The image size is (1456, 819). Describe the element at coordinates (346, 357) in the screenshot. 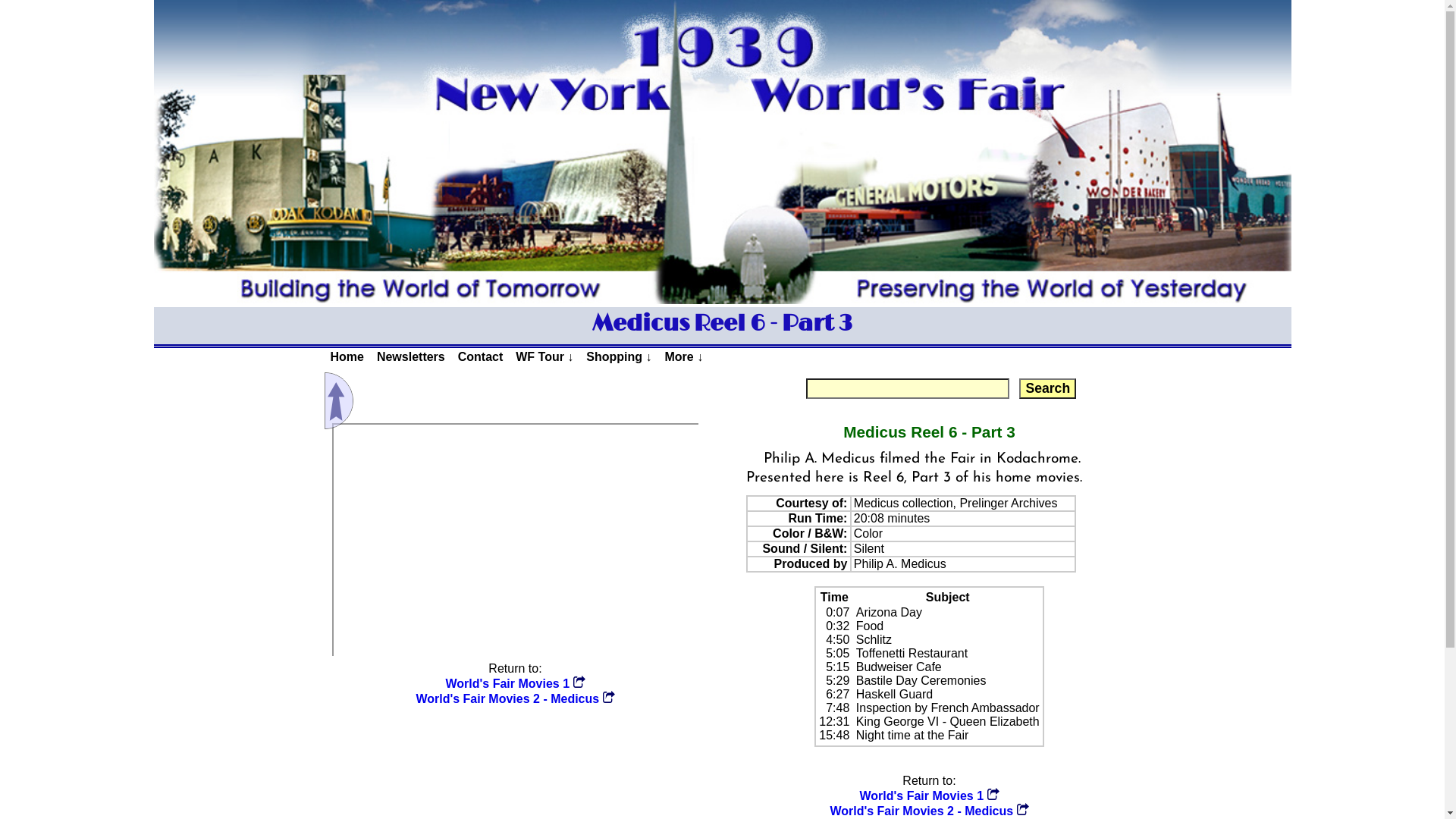

I see `'Home'` at that location.